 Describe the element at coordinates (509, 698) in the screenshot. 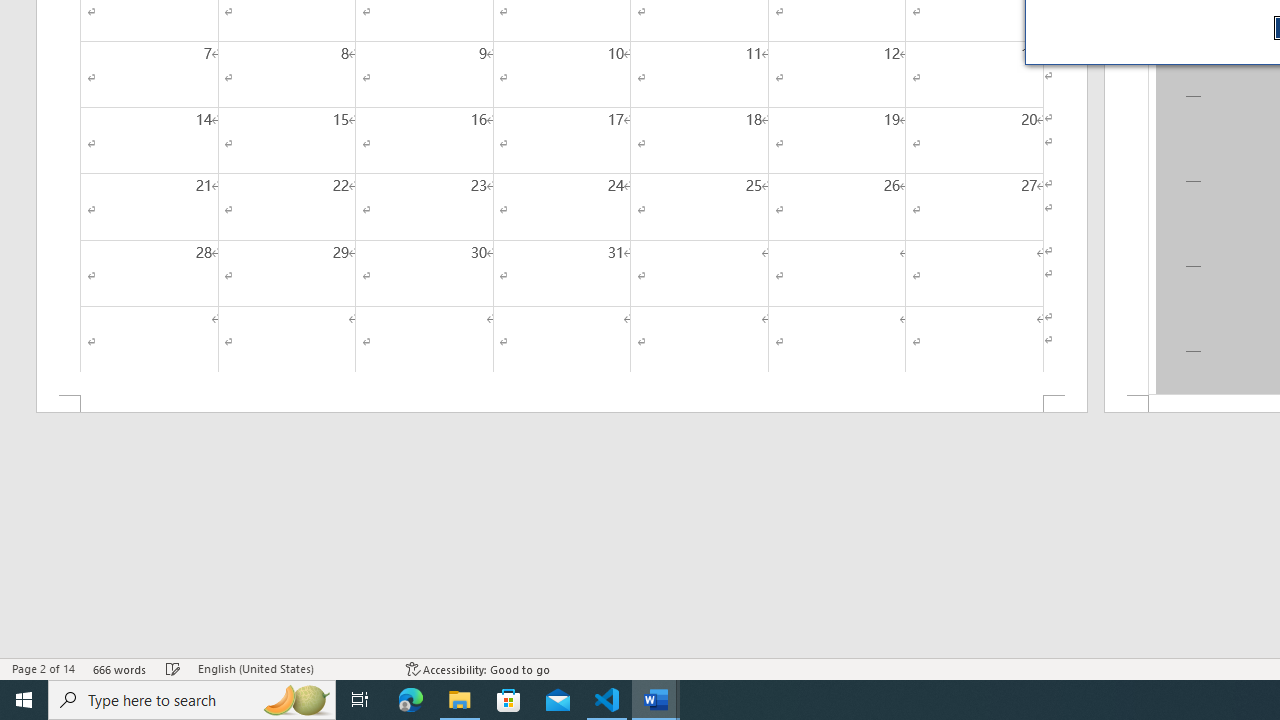

I see `'Microsoft Store'` at that location.